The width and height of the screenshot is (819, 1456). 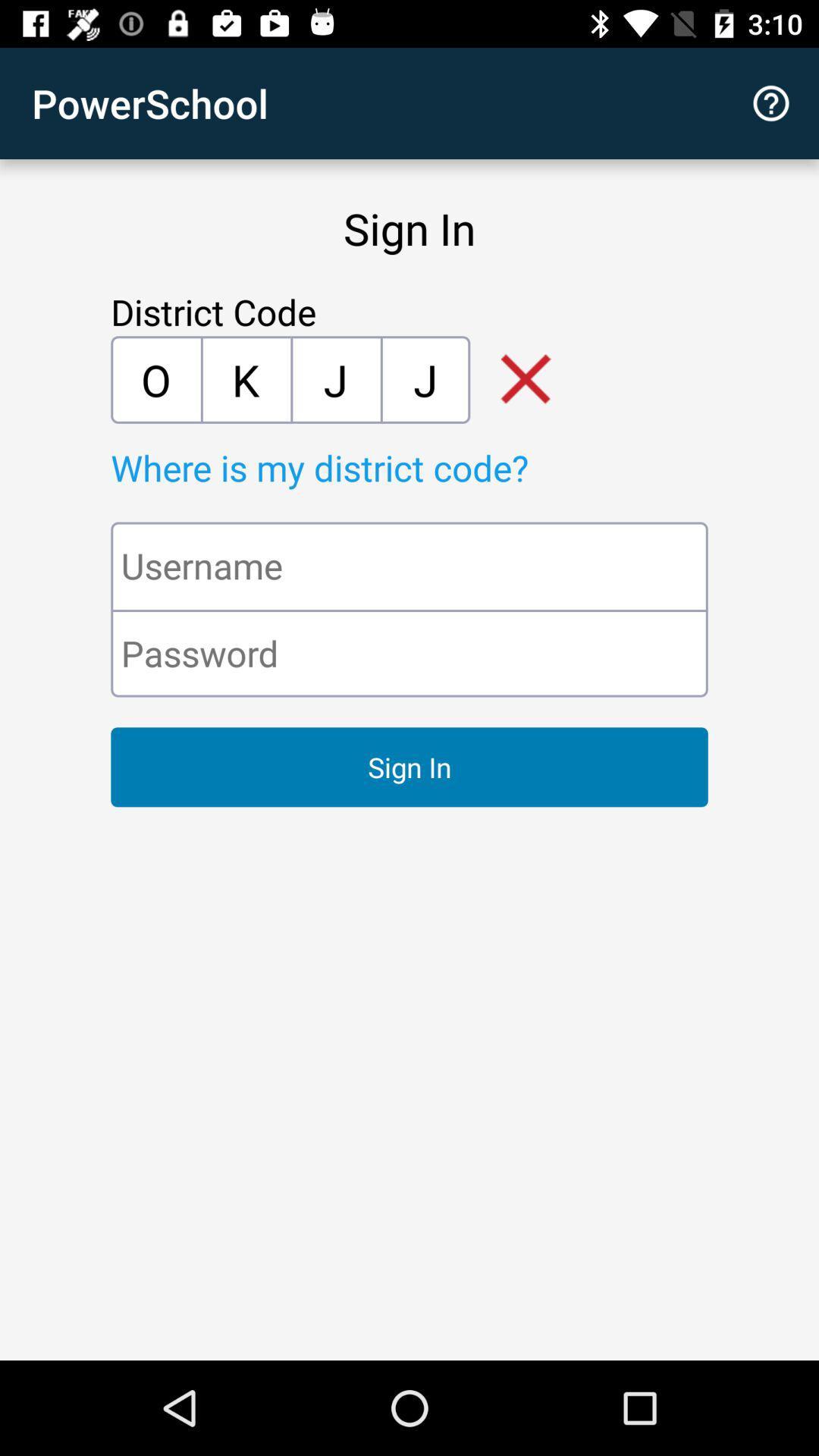 I want to click on username log in, so click(x=409, y=565).